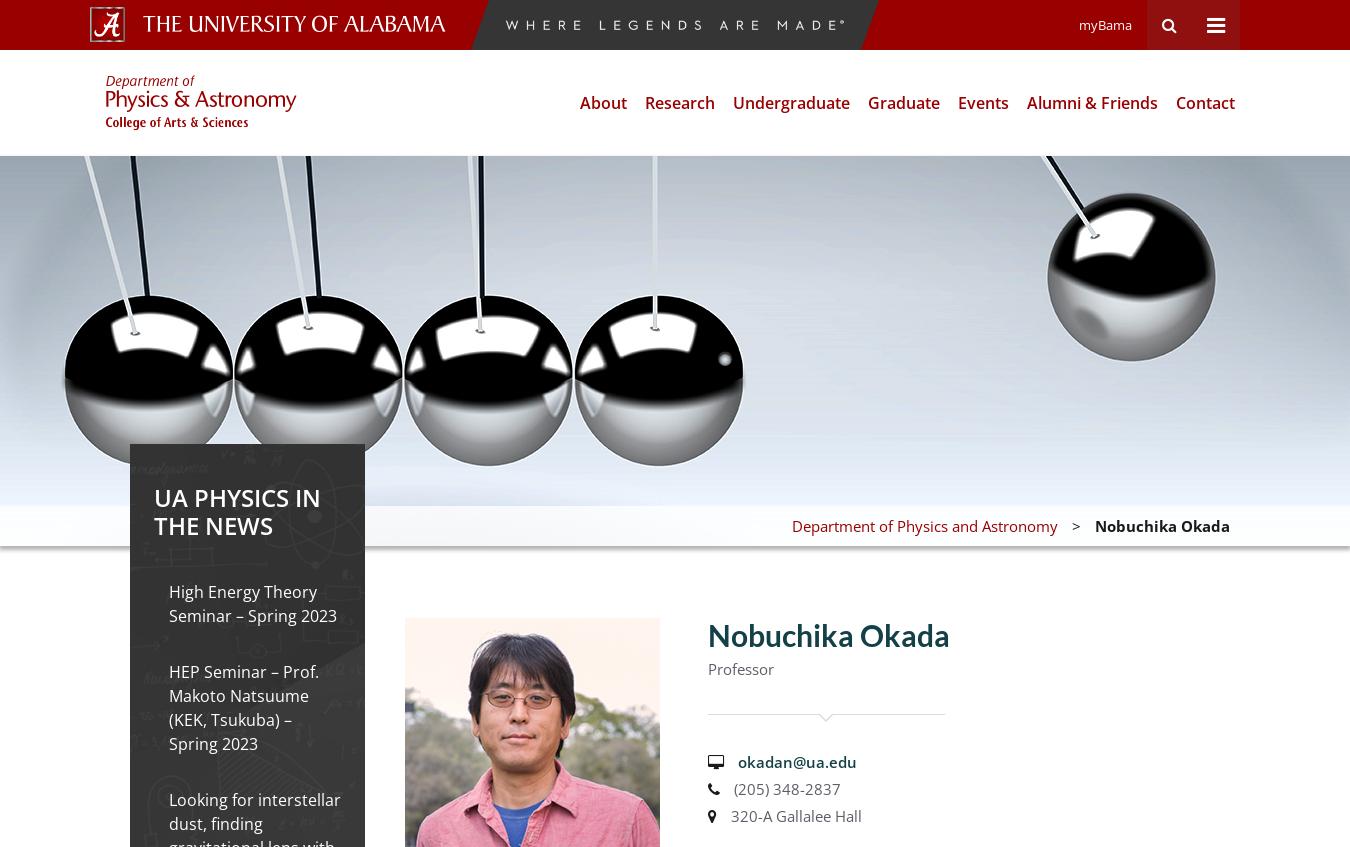 This screenshot has width=1350, height=847. I want to click on 'Undergraduate', so click(791, 102).